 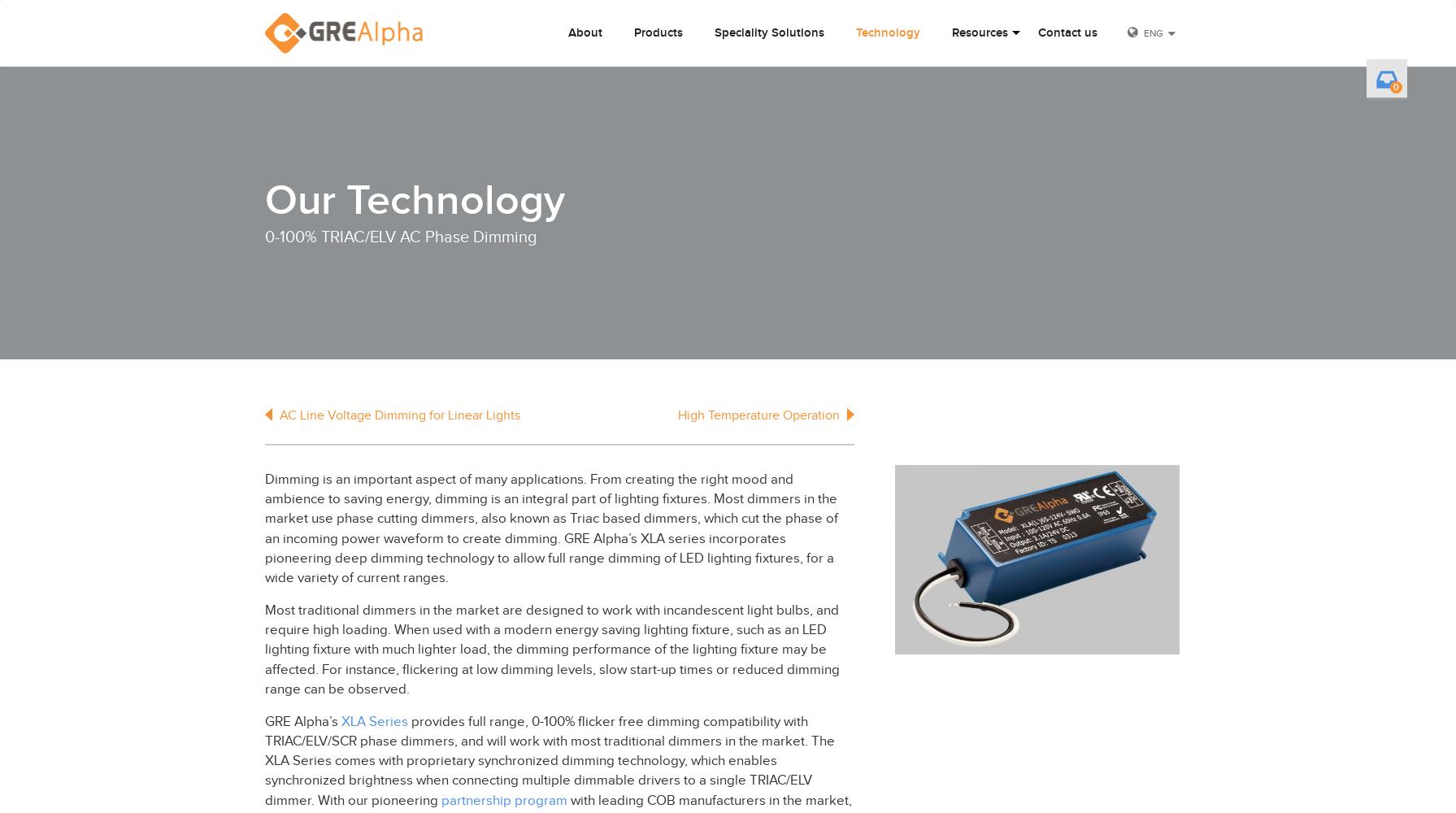 What do you see at coordinates (757, 415) in the screenshot?
I see `'High Temperature Operation'` at bounding box center [757, 415].